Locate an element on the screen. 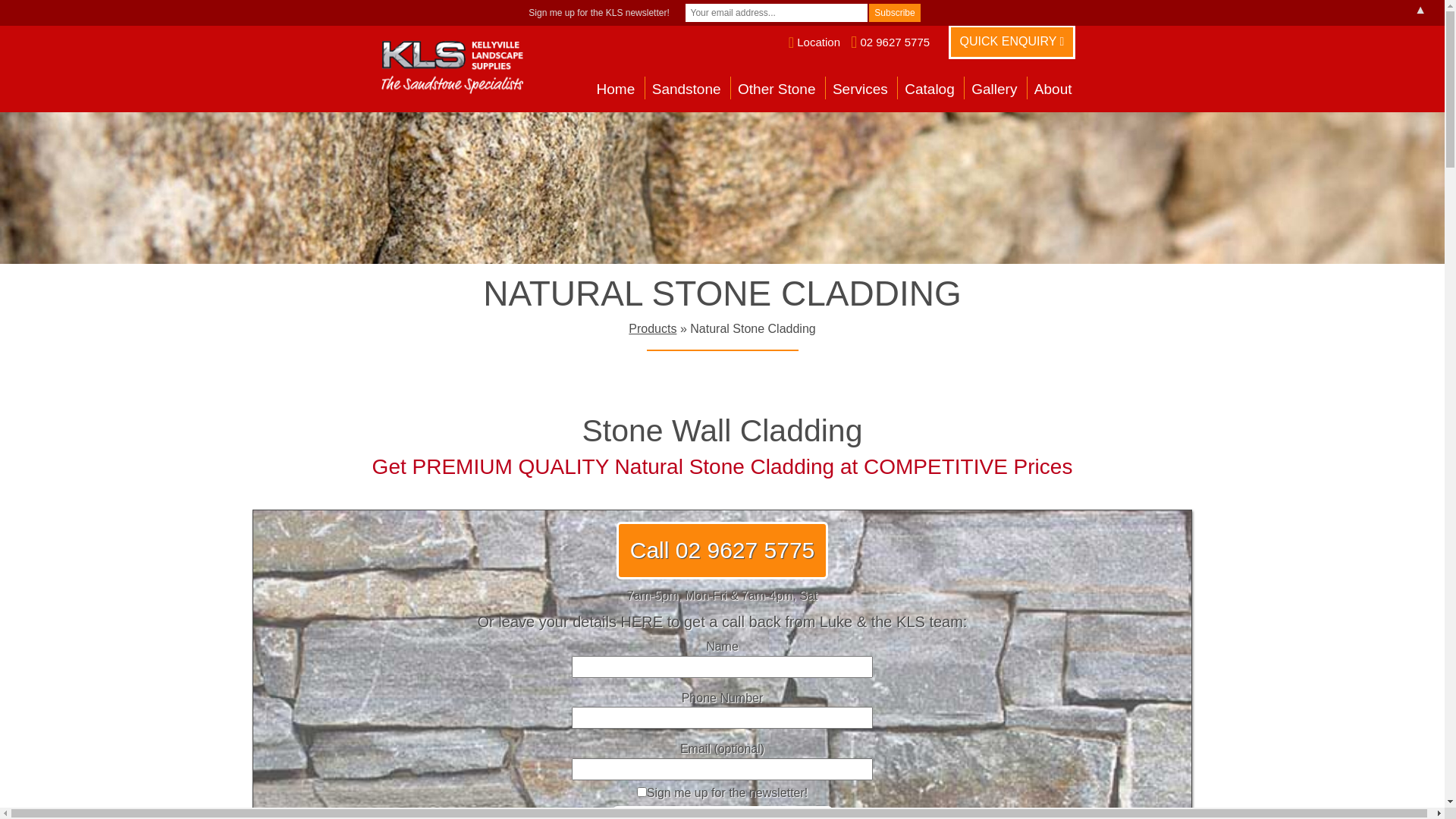 This screenshot has height=819, width=1456. 'Catalog' is located at coordinates (928, 91).